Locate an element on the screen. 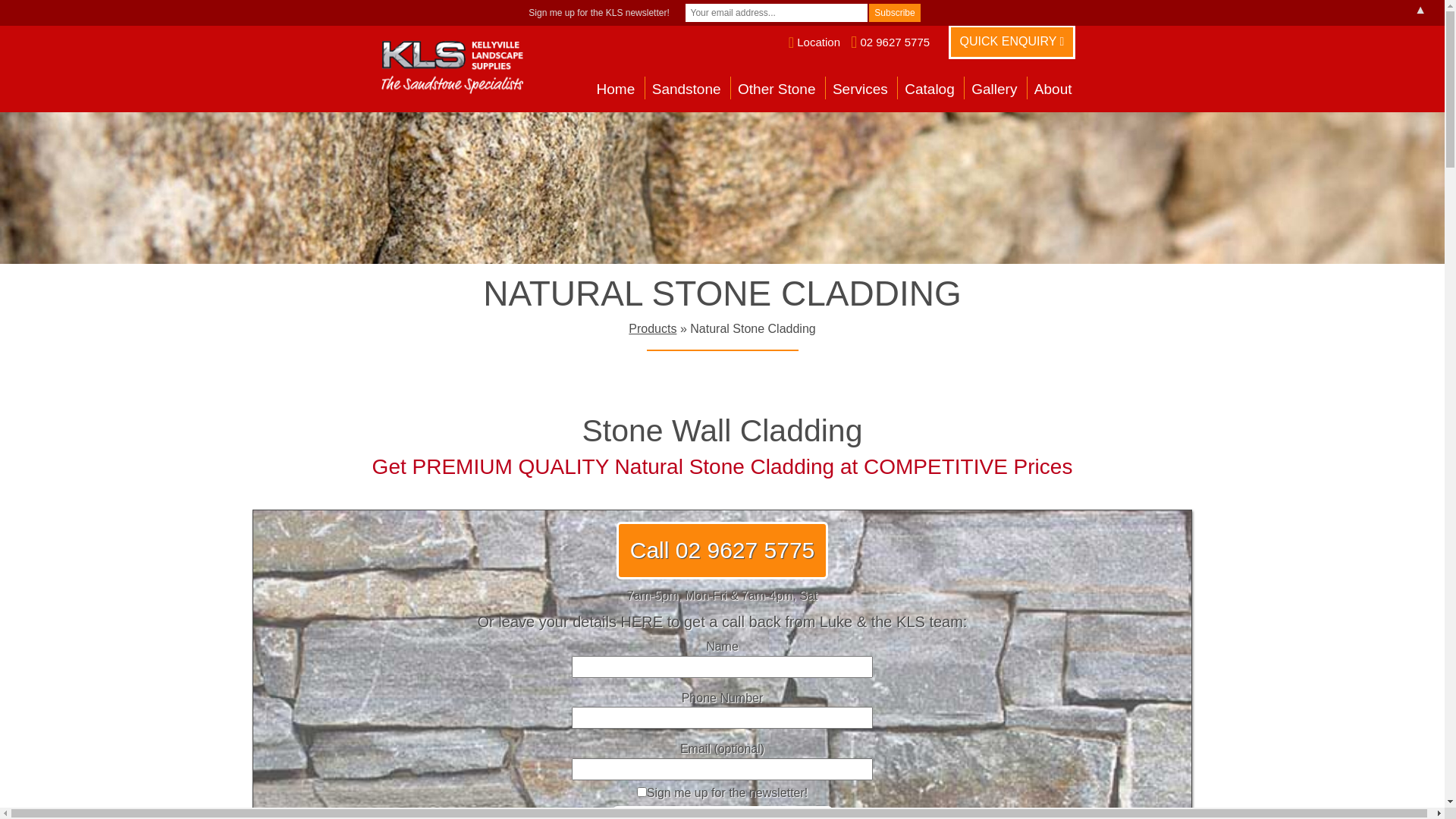 This screenshot has height=819, width=1456. 'Catalog' is located at coordinates (928, 91).